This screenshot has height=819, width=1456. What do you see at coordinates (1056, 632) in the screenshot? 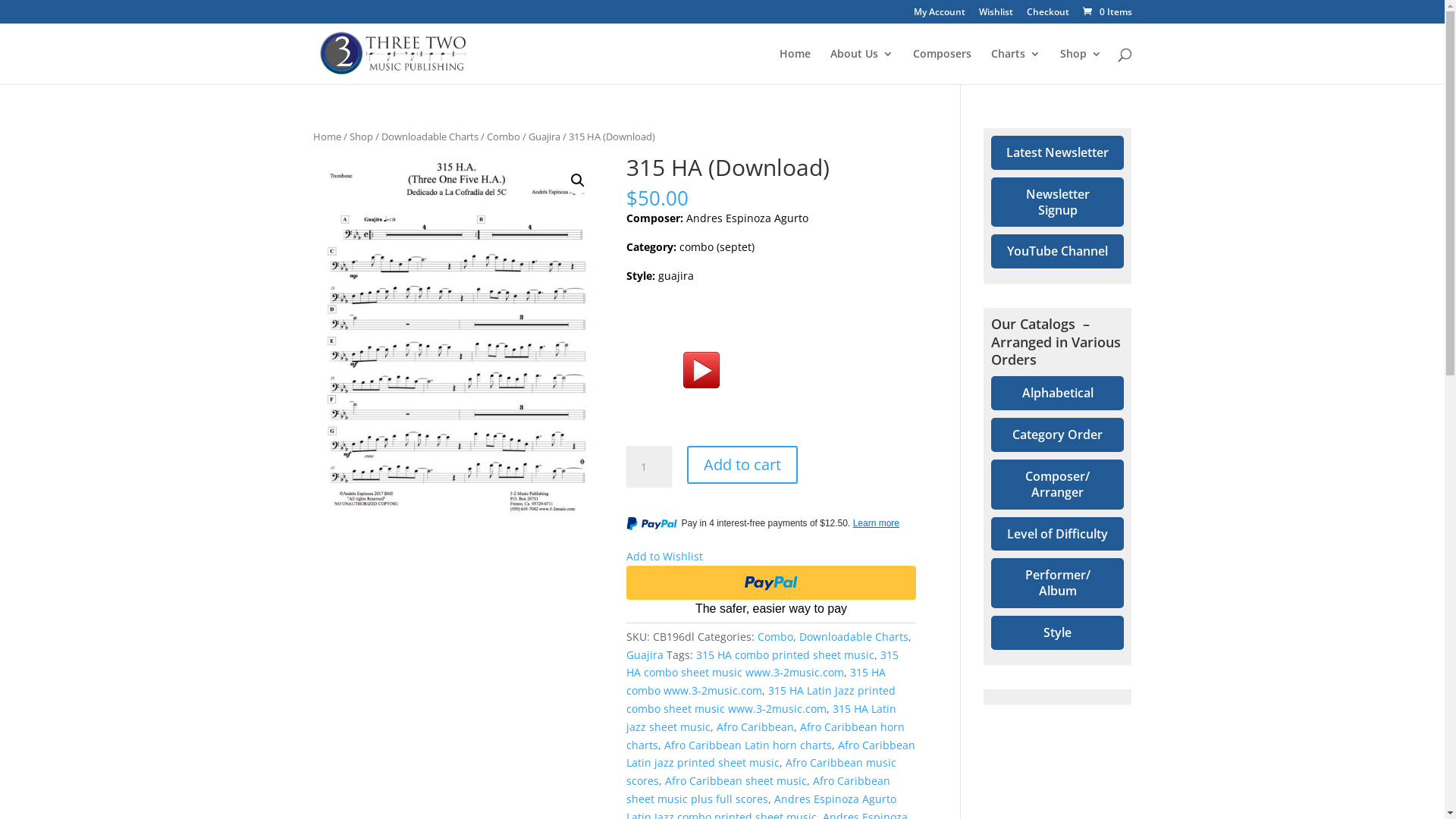
I see `'Style'` at bounding box center [1056, 632].